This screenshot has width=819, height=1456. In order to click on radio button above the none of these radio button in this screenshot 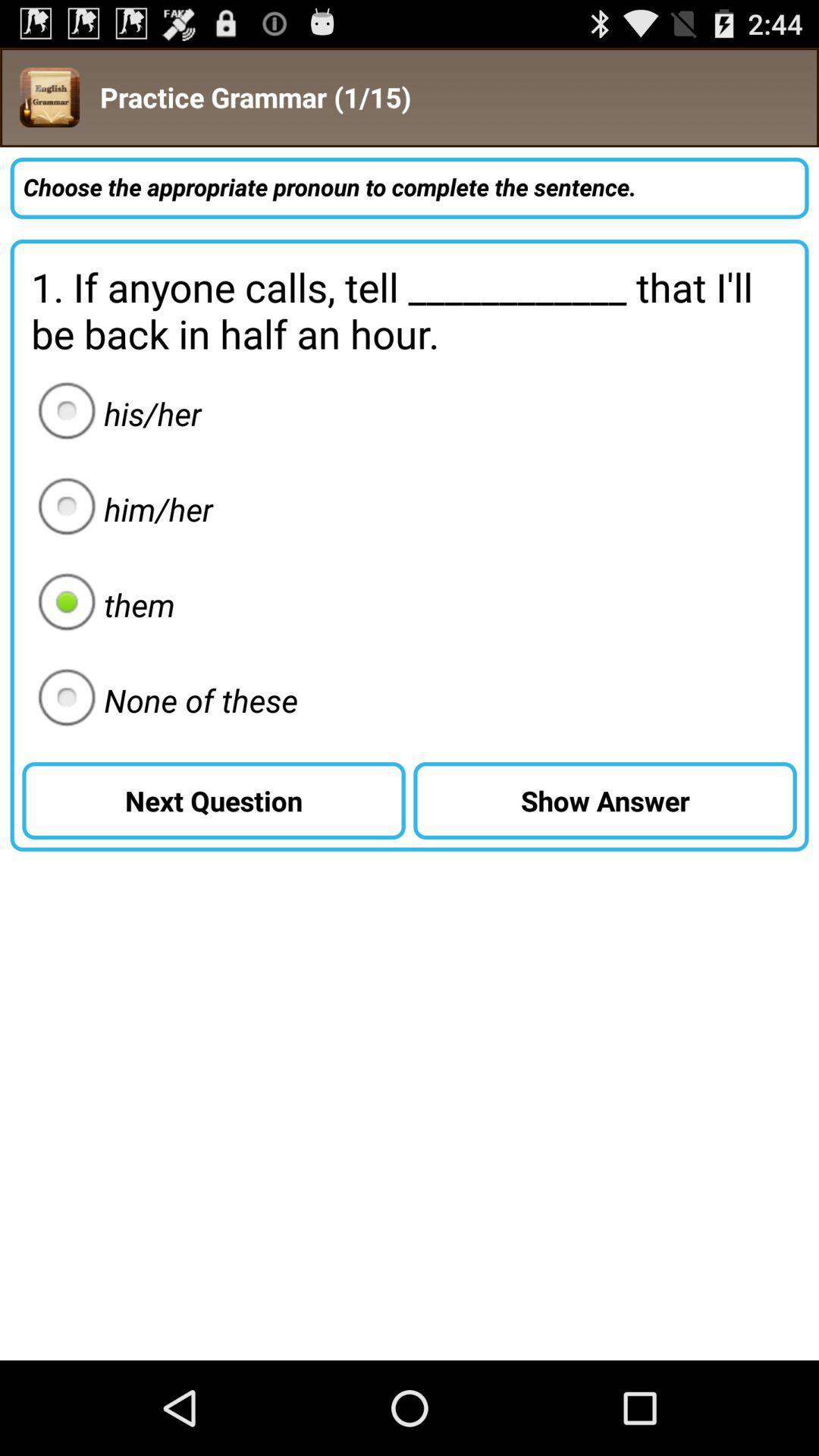, I will do `click(102, 604)`.